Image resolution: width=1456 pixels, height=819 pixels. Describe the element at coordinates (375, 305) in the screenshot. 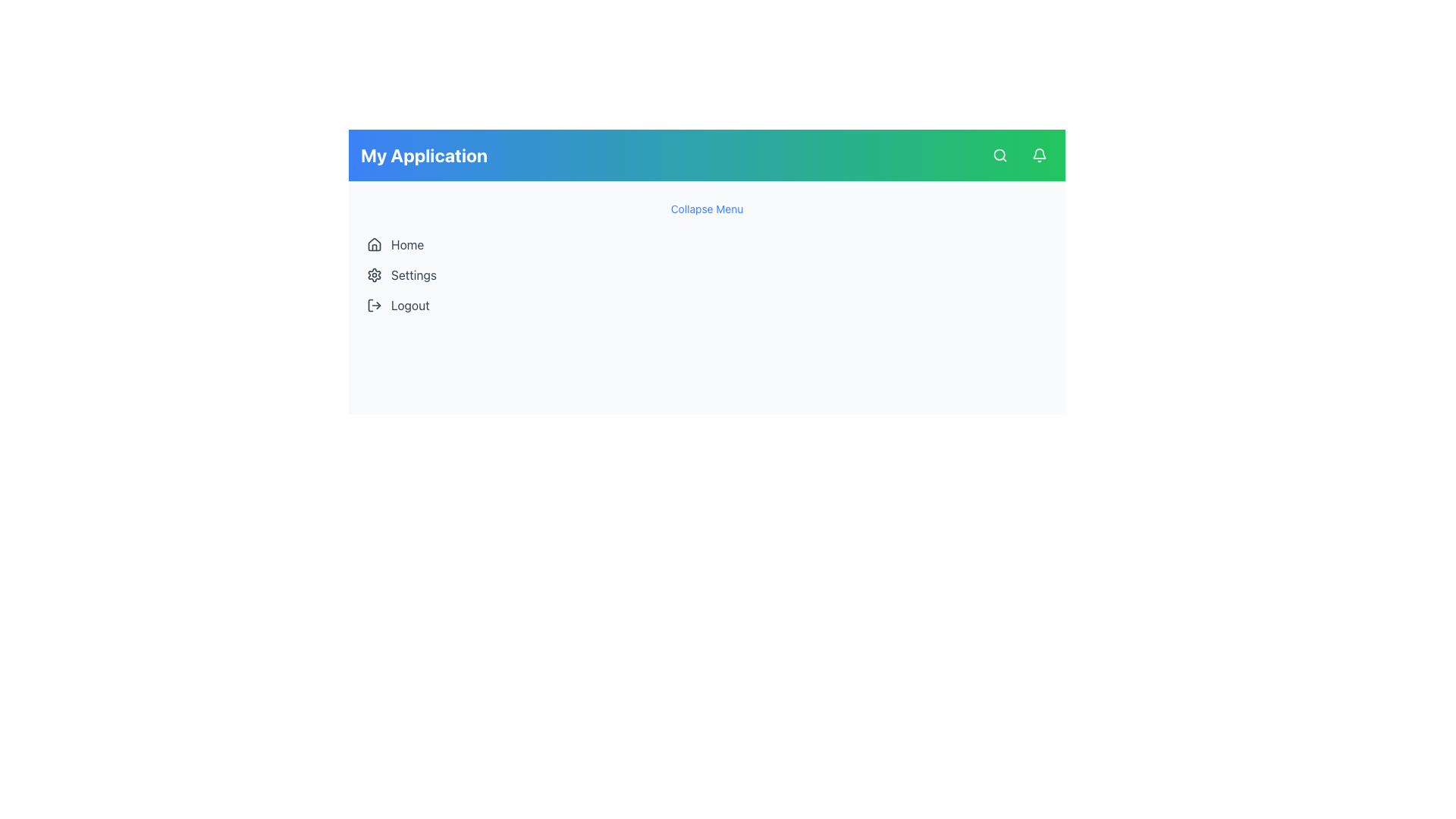

I see `the log-out button, which visually represents the log-out feature and is positioned to the left of the 'Logout' text label in the sidebar menu` at that location.